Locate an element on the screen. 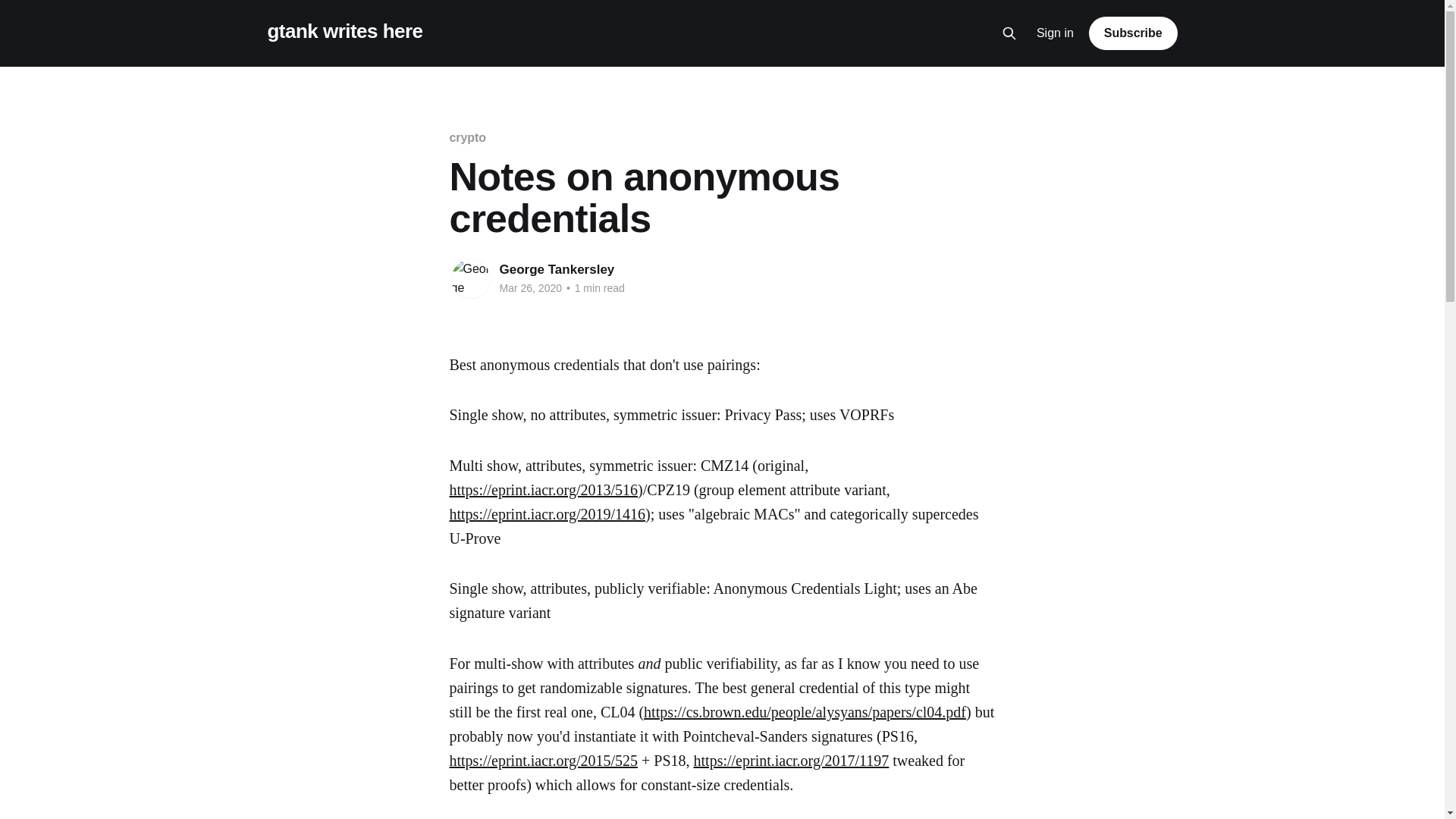  'gtank writes here' is located at coordinates (266, 31).